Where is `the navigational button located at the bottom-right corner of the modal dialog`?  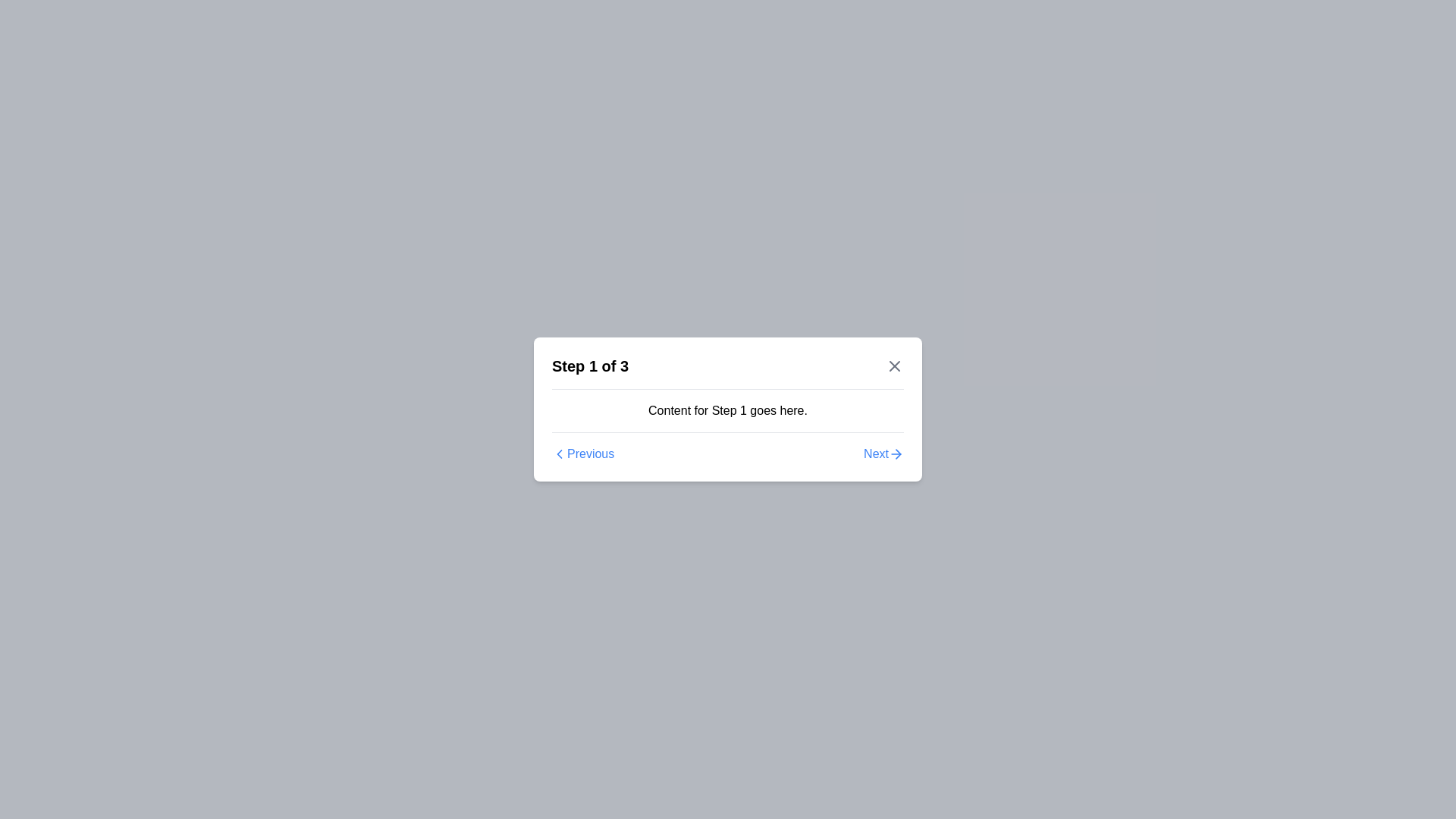 the navigational button located at the bottom-right corner of the modal dialog is located at coordinates (883, 453).